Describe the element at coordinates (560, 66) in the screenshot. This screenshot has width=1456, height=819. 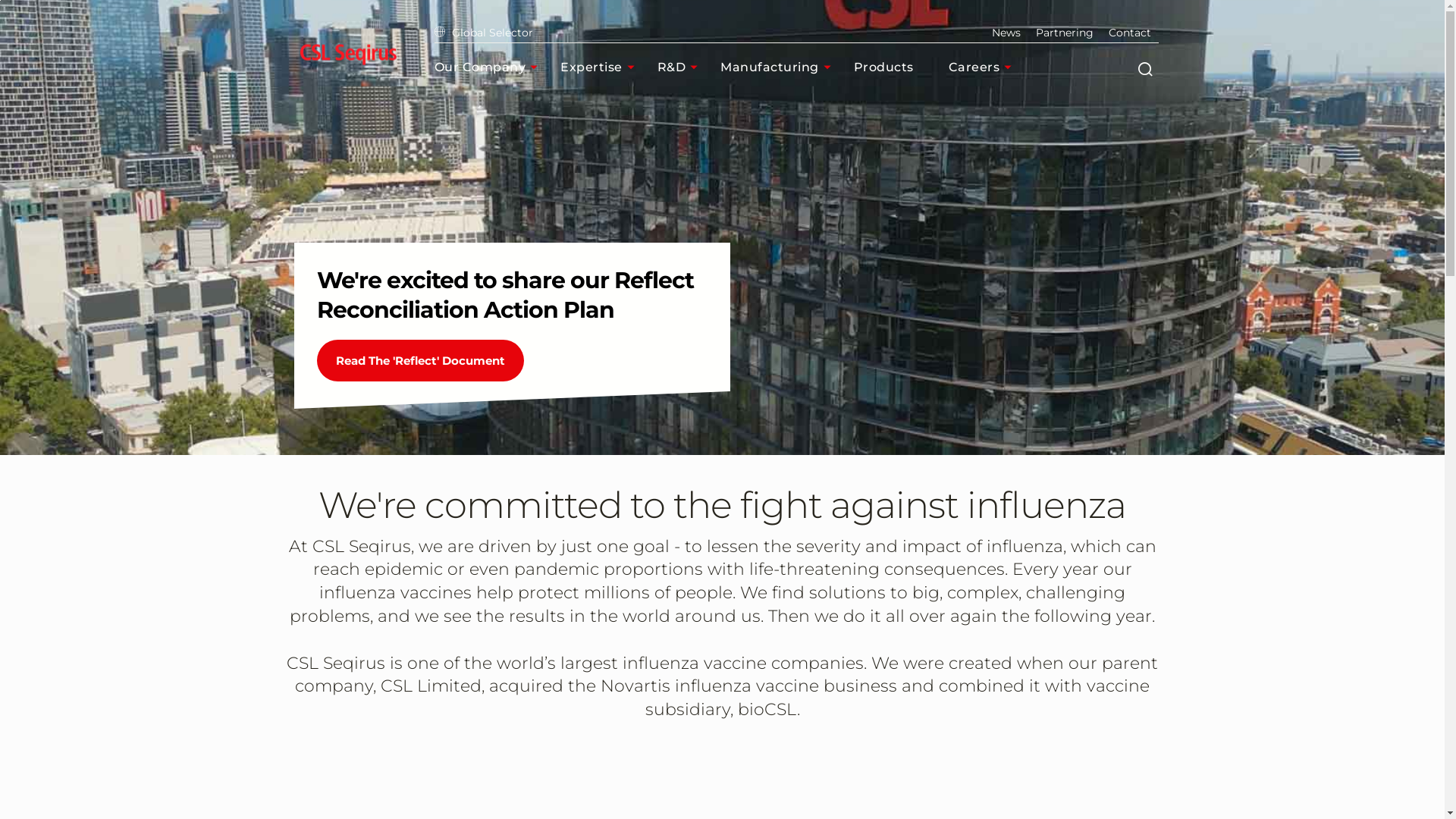
I see `'Expertise'` at that location.